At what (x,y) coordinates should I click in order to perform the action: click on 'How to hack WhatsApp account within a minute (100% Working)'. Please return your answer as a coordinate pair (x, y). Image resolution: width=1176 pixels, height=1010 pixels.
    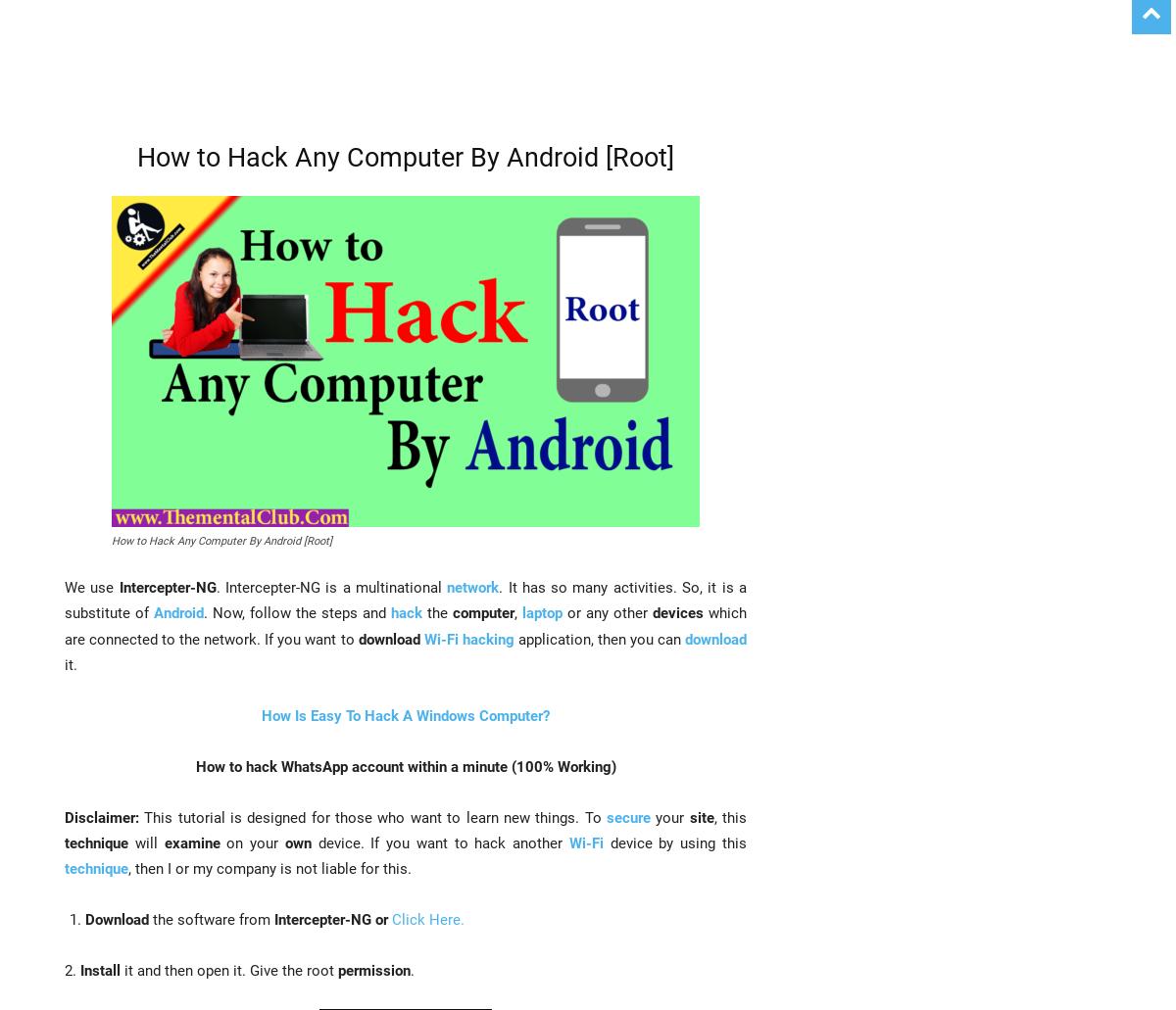
    Looking at the image, I should click on (193, 765).